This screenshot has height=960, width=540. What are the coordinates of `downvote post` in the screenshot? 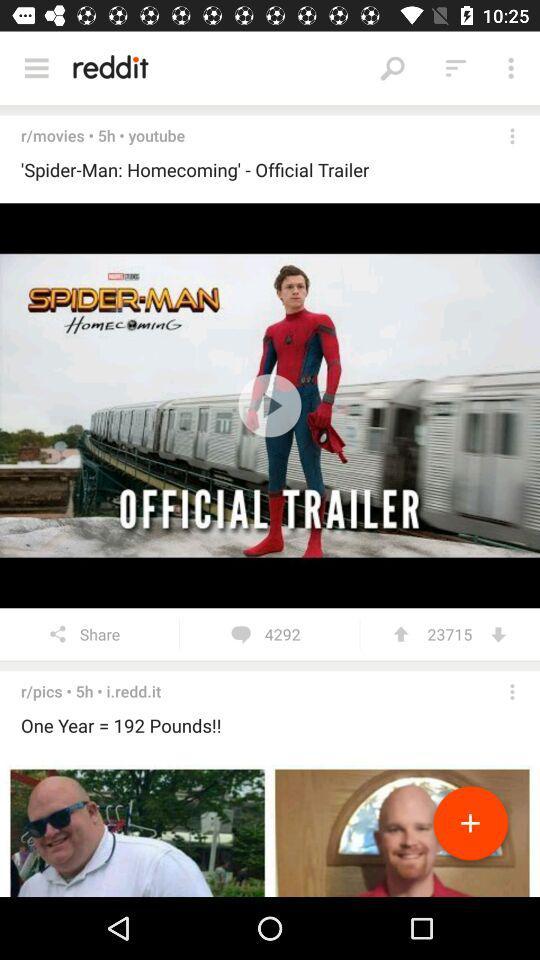 It's located at (497, 633).